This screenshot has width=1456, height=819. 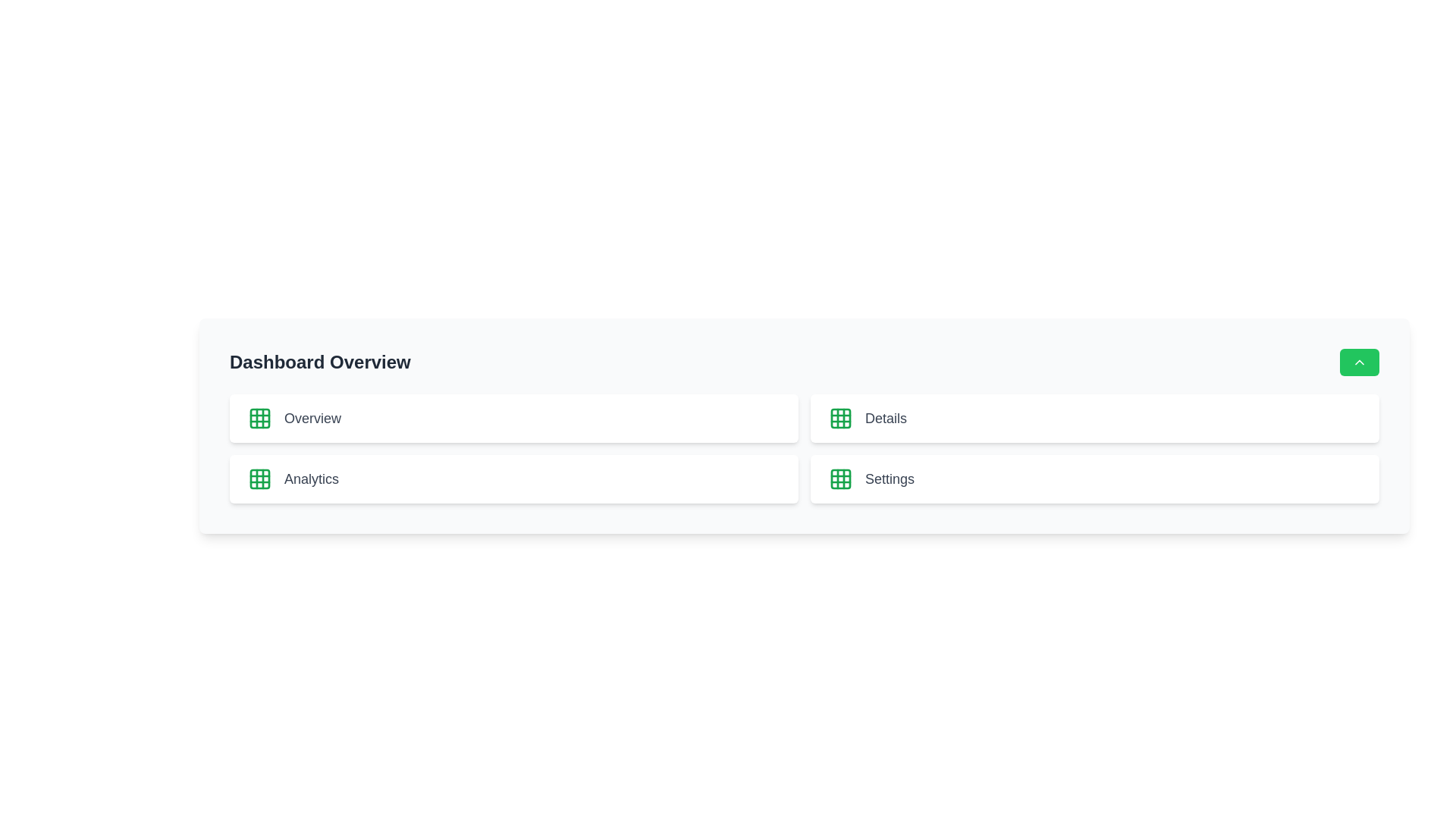 I want to click on the icon representing the grid or overview concept located in the top-left corner of the 'Overview' card, which aligns with the 'Overview' label, so click(x=259, y=418).